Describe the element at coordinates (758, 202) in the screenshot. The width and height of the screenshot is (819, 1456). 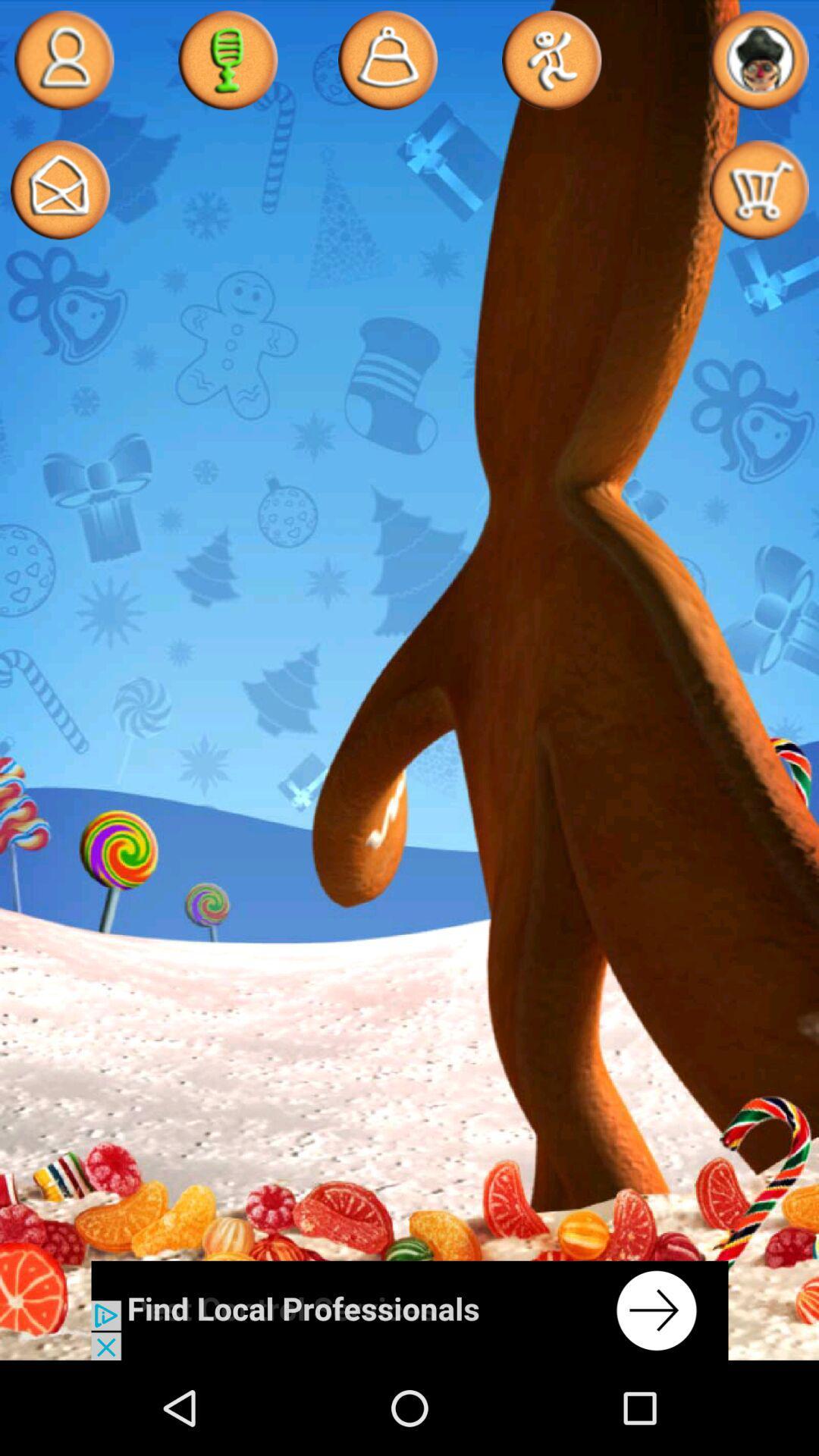
I see `the cart icon` at that location.